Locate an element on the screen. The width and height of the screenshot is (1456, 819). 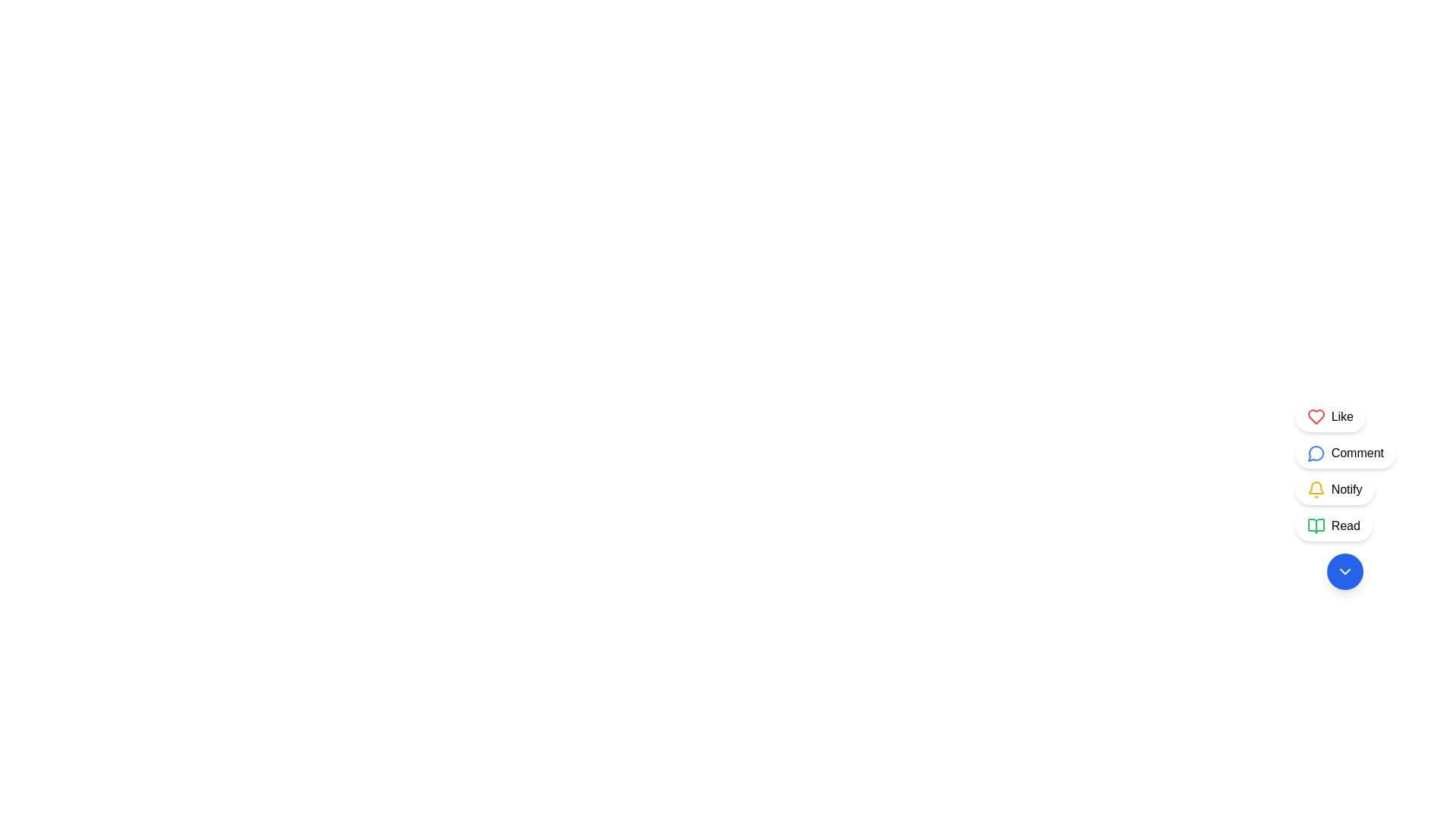
the 'Notify' button, which is a rounded white button with a yellow bell icon and shadow effect, located as the third button from the top in a group of four similar buttons is located at coordinates (1335, 489).